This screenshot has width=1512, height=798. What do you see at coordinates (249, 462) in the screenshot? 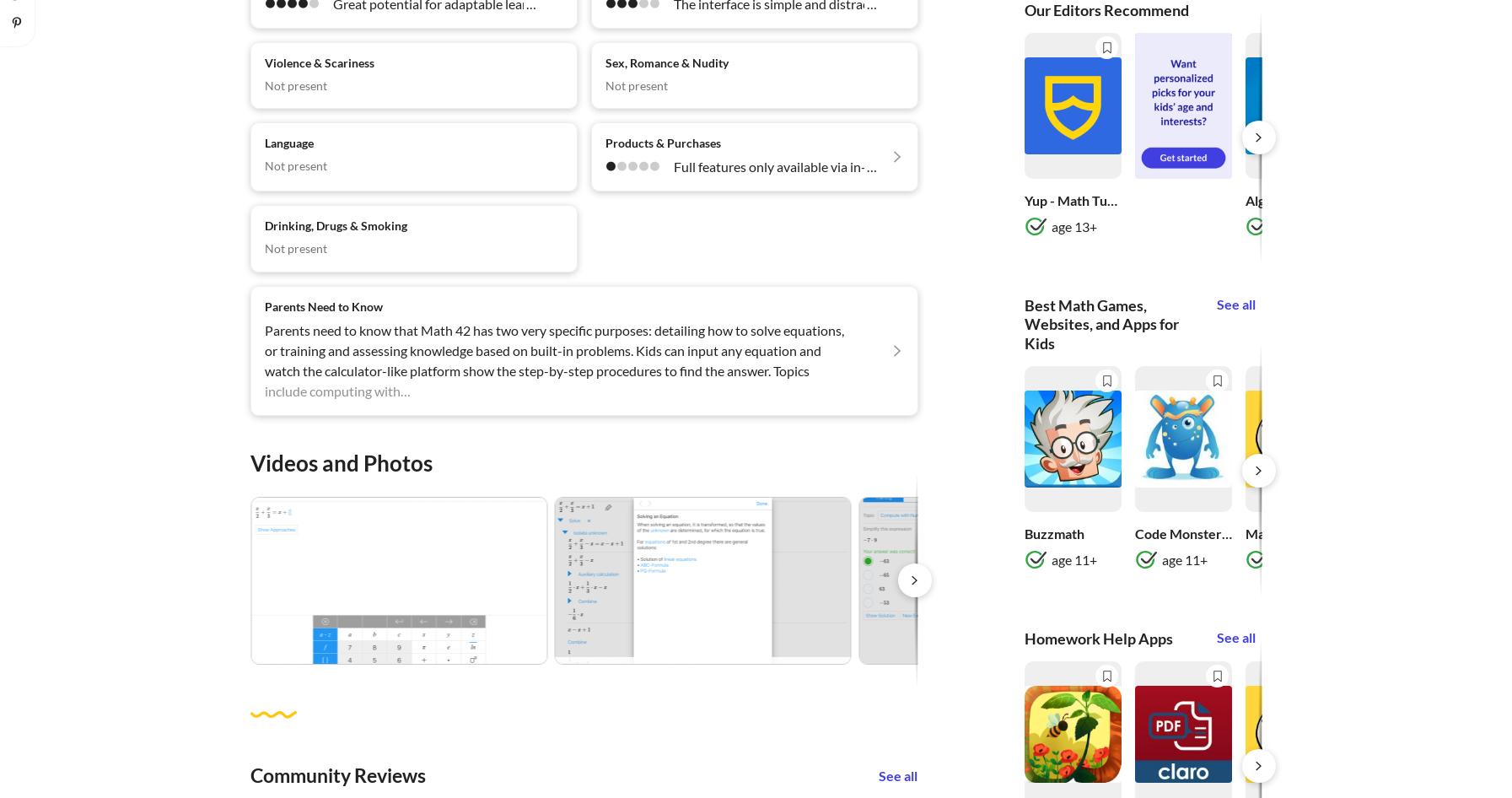
I see `'Videos and Photos'` at bounding box center [249, 462].